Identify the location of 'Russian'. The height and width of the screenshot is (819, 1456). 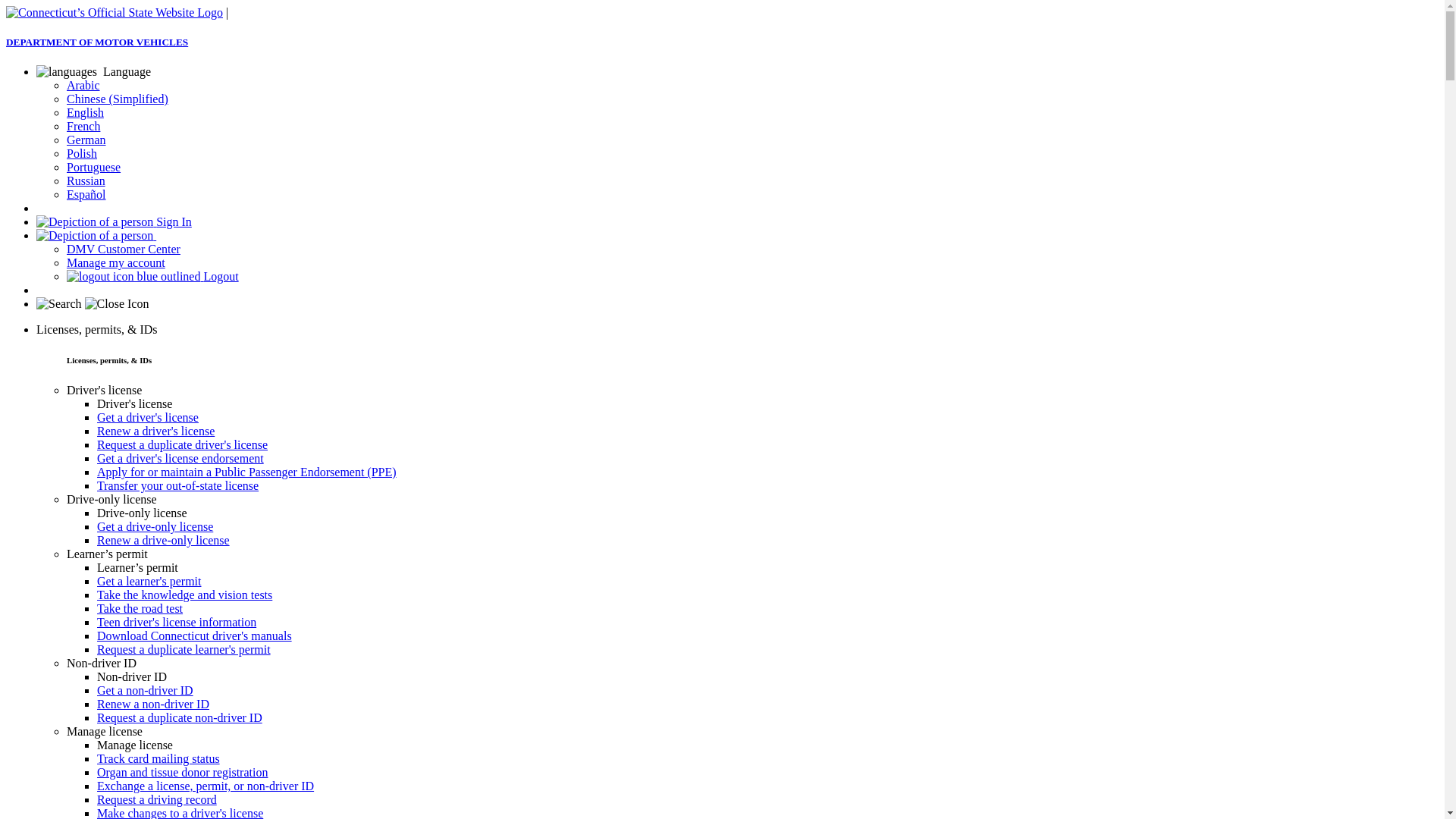
(65, 180).